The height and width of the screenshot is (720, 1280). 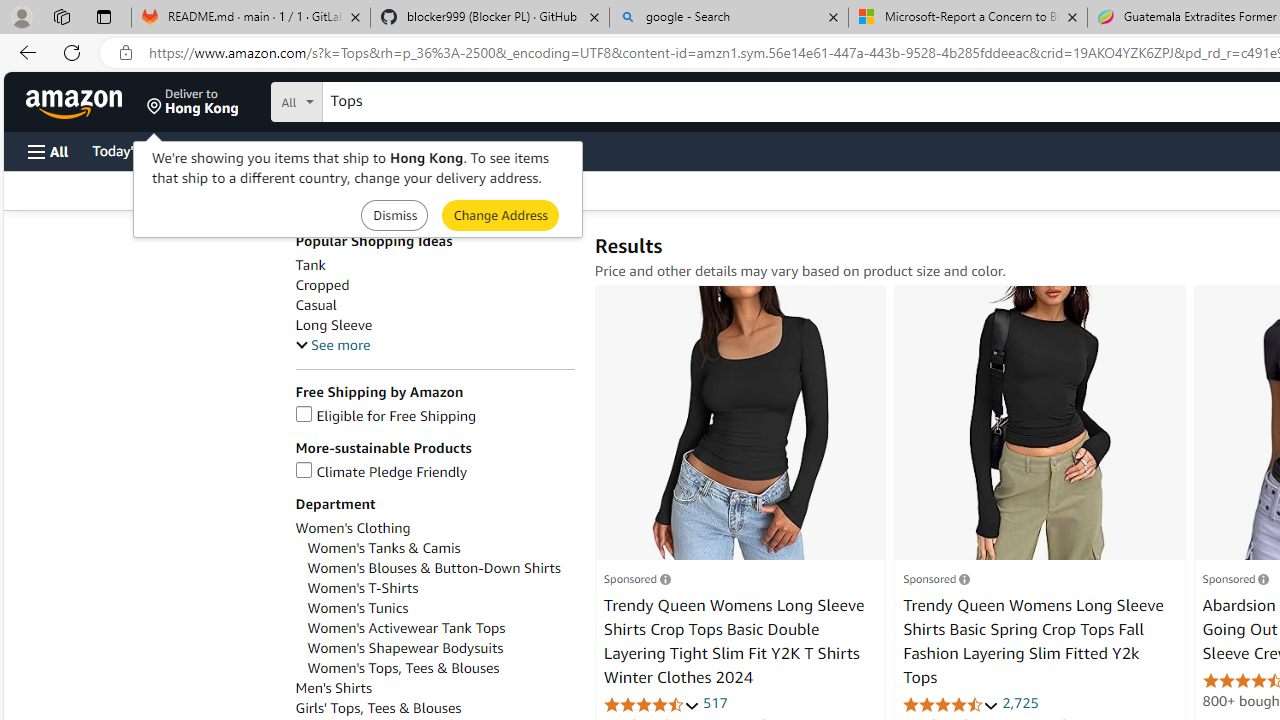 What do you see at coordinates (439, 587) in the screenshot?
I see `'Women'` at bounding box center [439, 587].